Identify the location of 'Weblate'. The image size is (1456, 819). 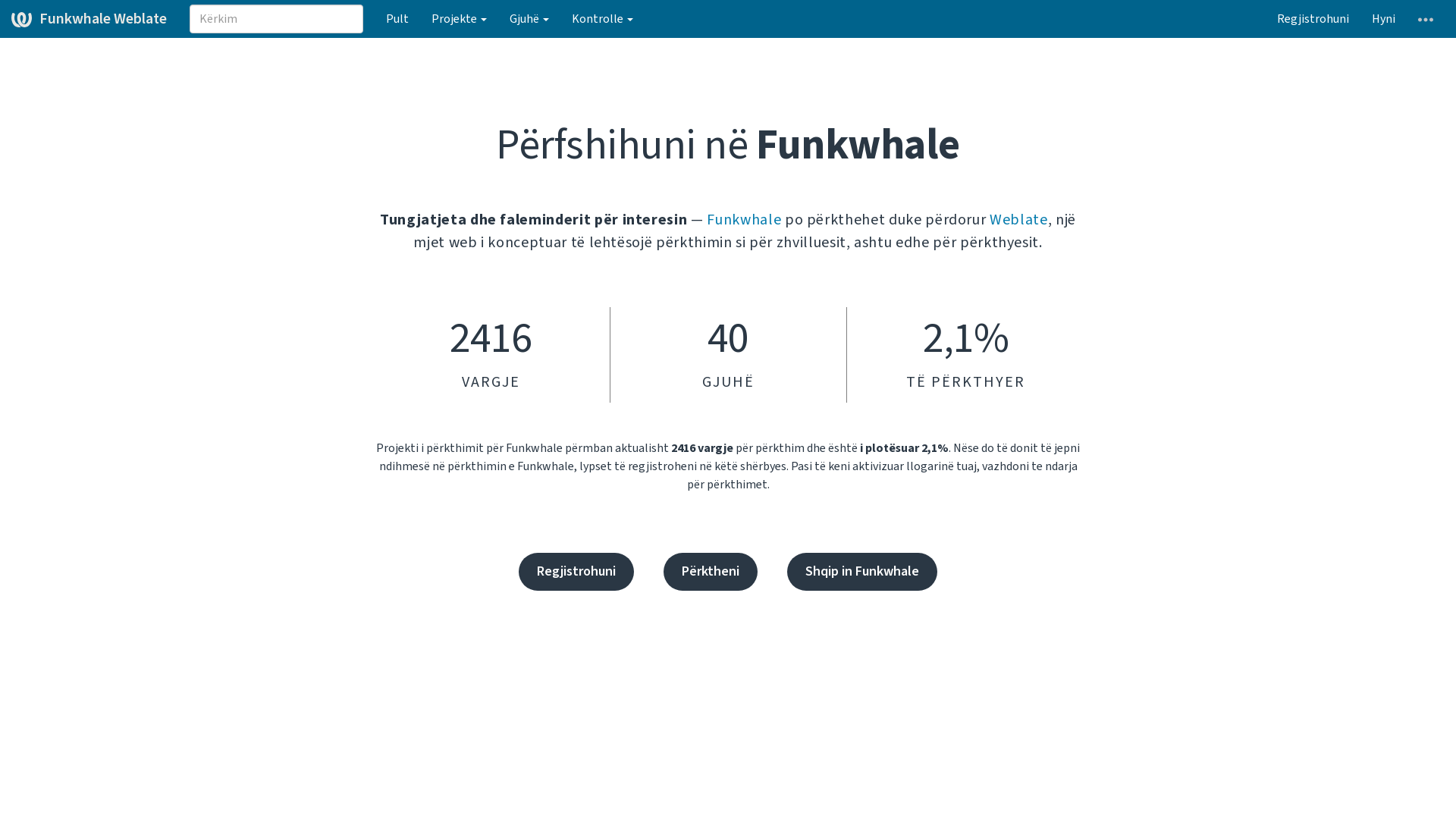
(1018, 219).